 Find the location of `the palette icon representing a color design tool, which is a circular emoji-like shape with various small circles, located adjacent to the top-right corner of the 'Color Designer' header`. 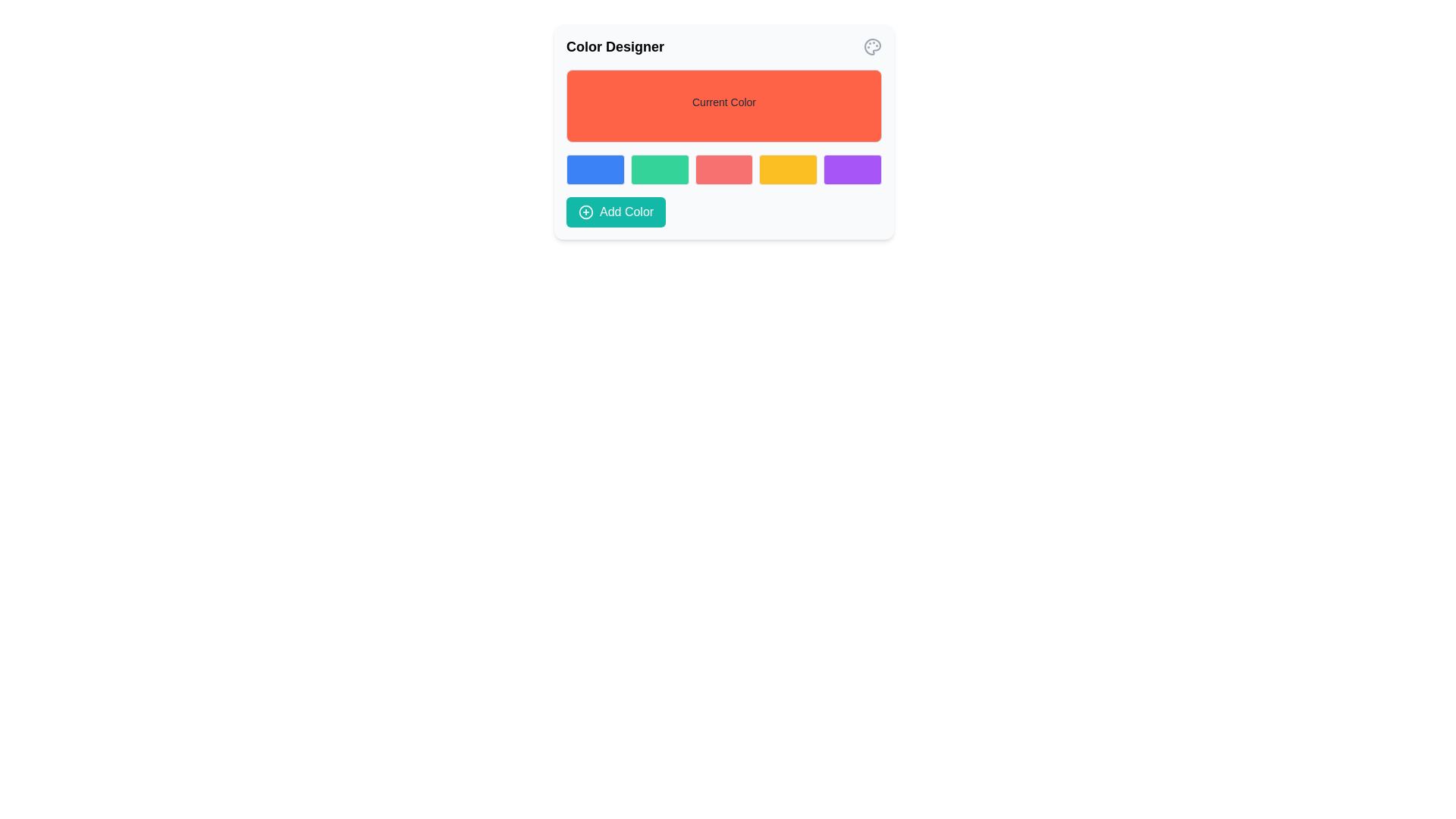

the palette icon representing a color design tool, which is a circular emoji-like shape with various small circles, located adjacent to the top-right corner of the 'Color Designer' header is located at coordinates (873, 45).